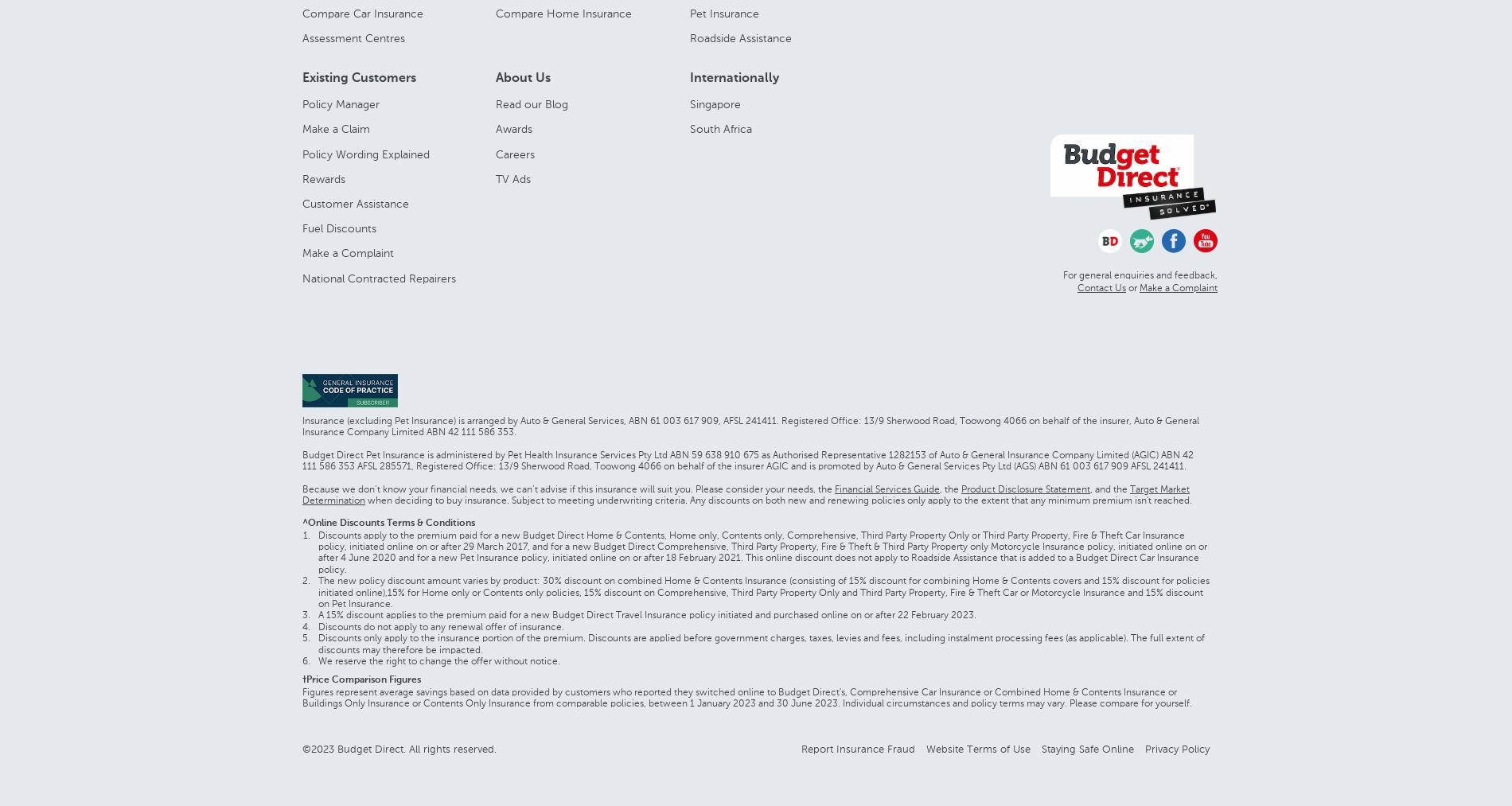  I want to click on 'A 15% discount applies to the premium paid for a new Budget Direct Travel Insurance policy initiated and purchased online on or after 22 February 2023.', so click(317, 615).